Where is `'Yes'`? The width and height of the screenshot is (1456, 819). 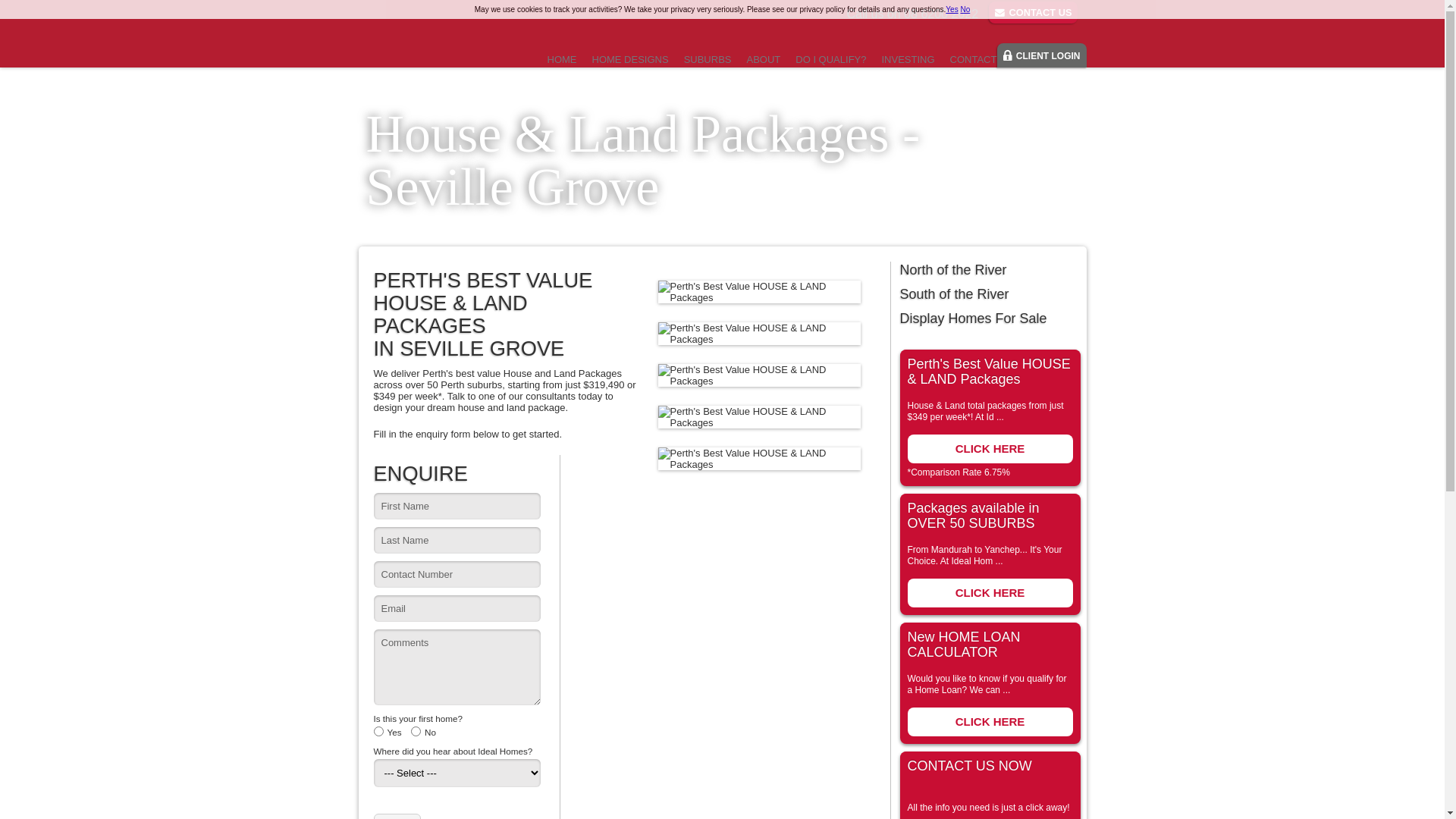 'Yes' is located at coordinates (950, 9).